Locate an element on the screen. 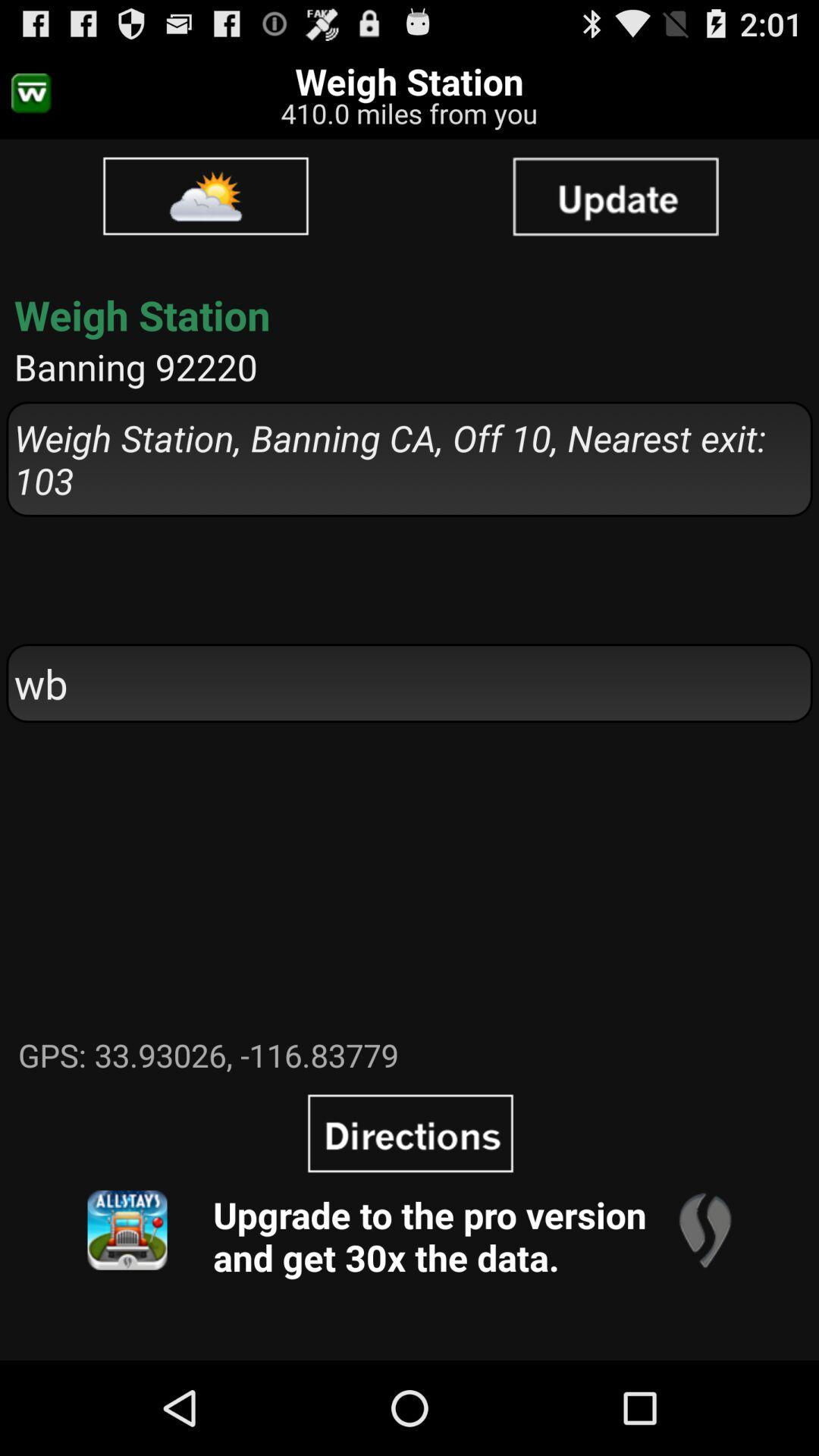 This screenshot has width=819, height=1456. the icon below the gps 33 93026 is located at coordinates (410, 1133).